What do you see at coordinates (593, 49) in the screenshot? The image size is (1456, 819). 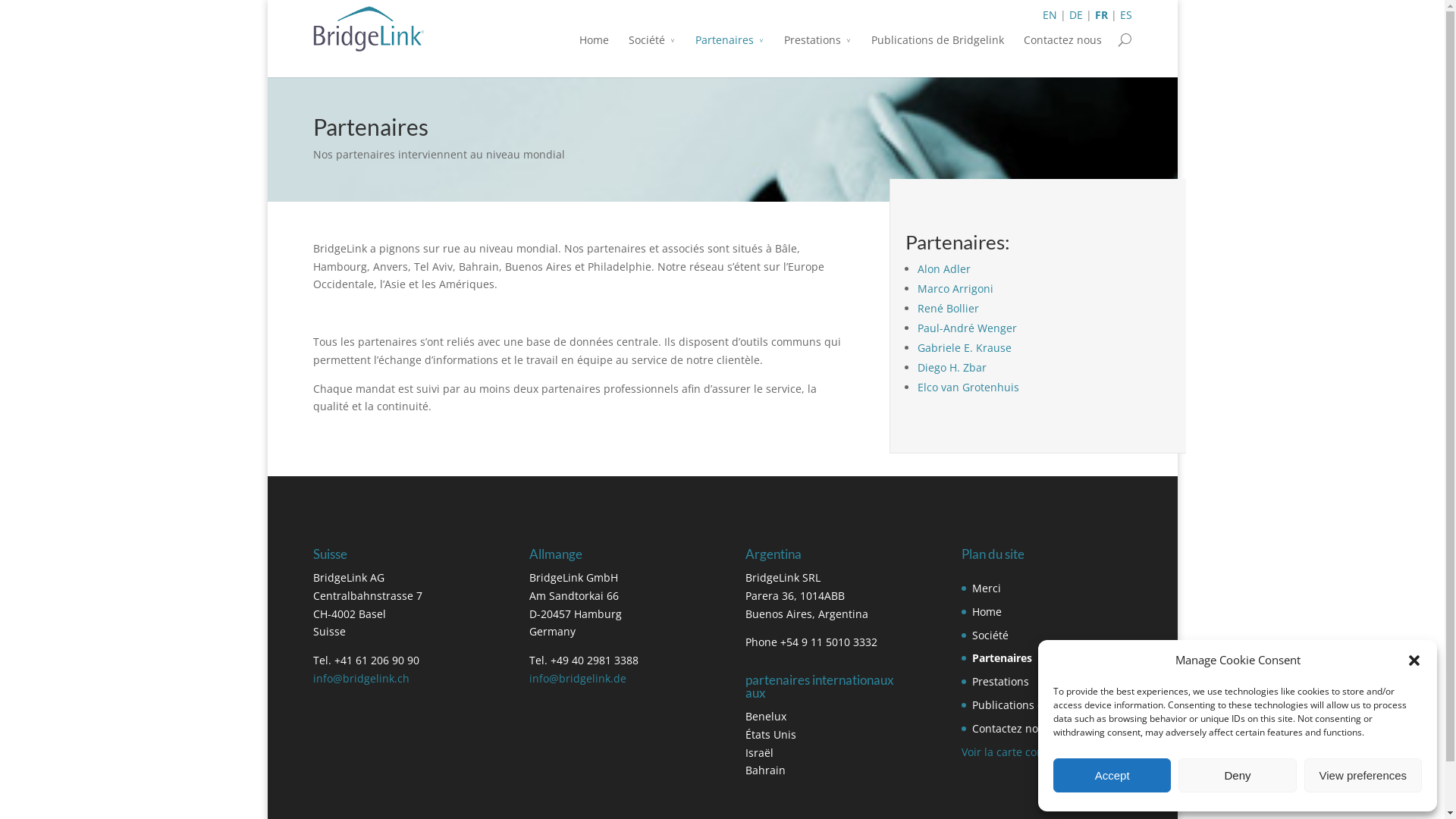 I see `'Home'` at bounding box center [593, 49].